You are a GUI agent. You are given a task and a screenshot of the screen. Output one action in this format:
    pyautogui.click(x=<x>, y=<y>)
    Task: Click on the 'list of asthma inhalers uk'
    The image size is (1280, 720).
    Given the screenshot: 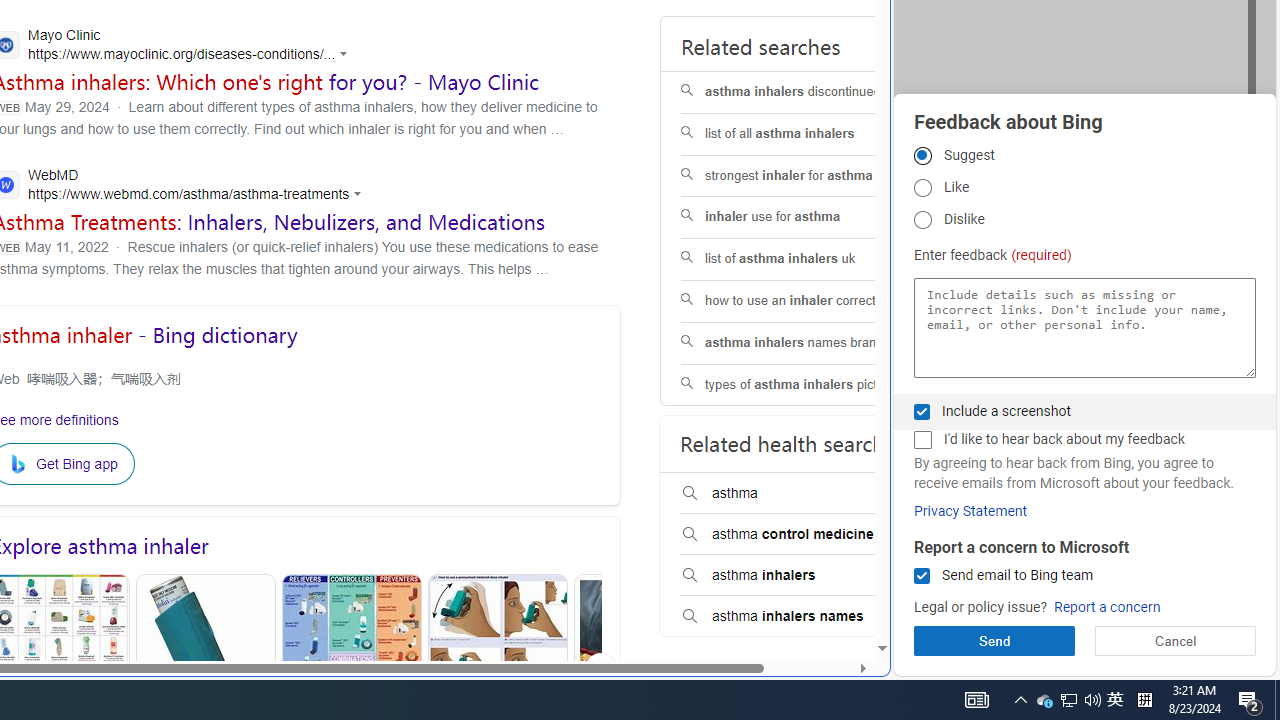 What is the action you would take?
    pyautogui.click(x=807, y=258)
    